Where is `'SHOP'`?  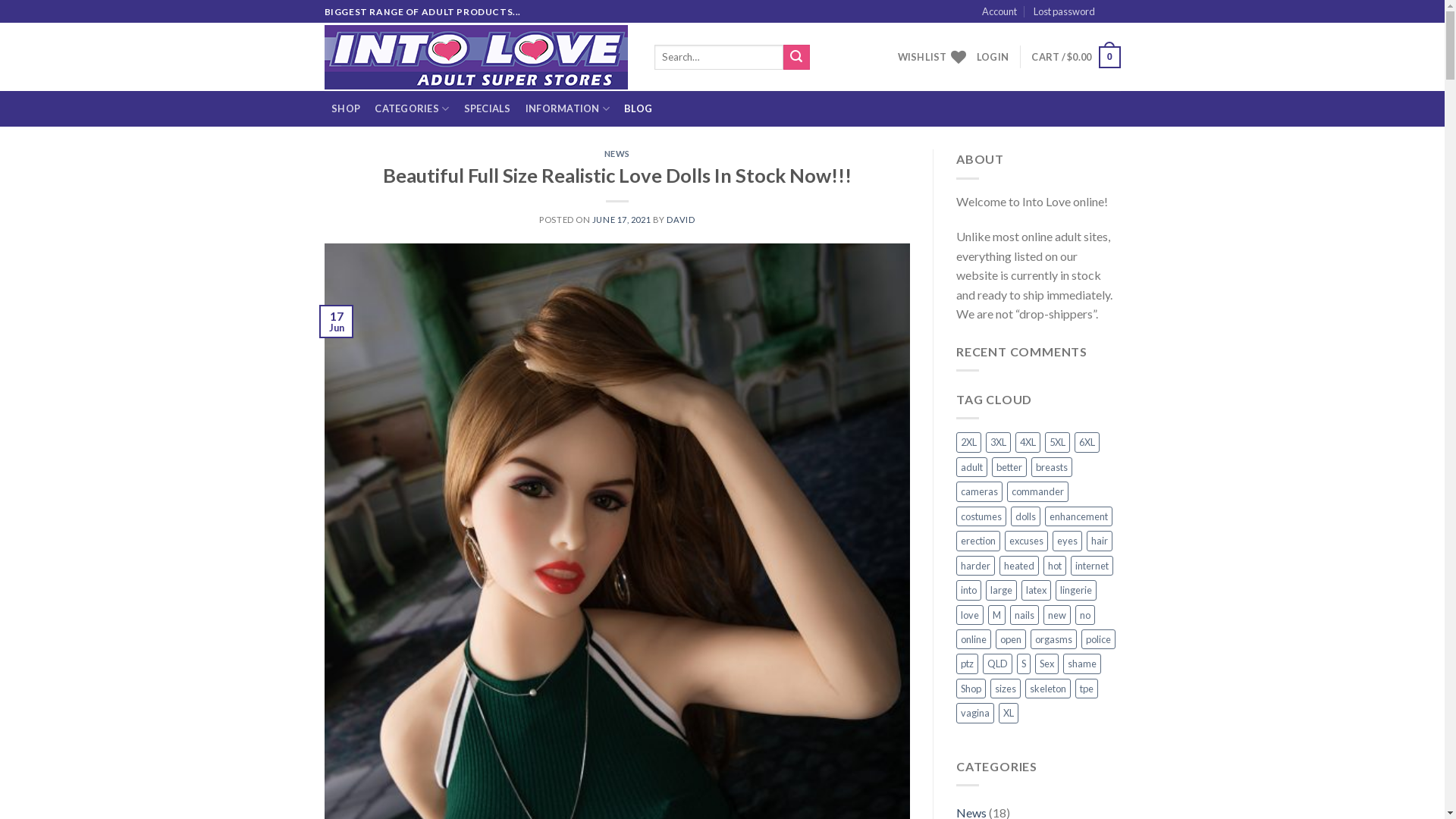 'SHOP' is located at coordinates (345, 108).